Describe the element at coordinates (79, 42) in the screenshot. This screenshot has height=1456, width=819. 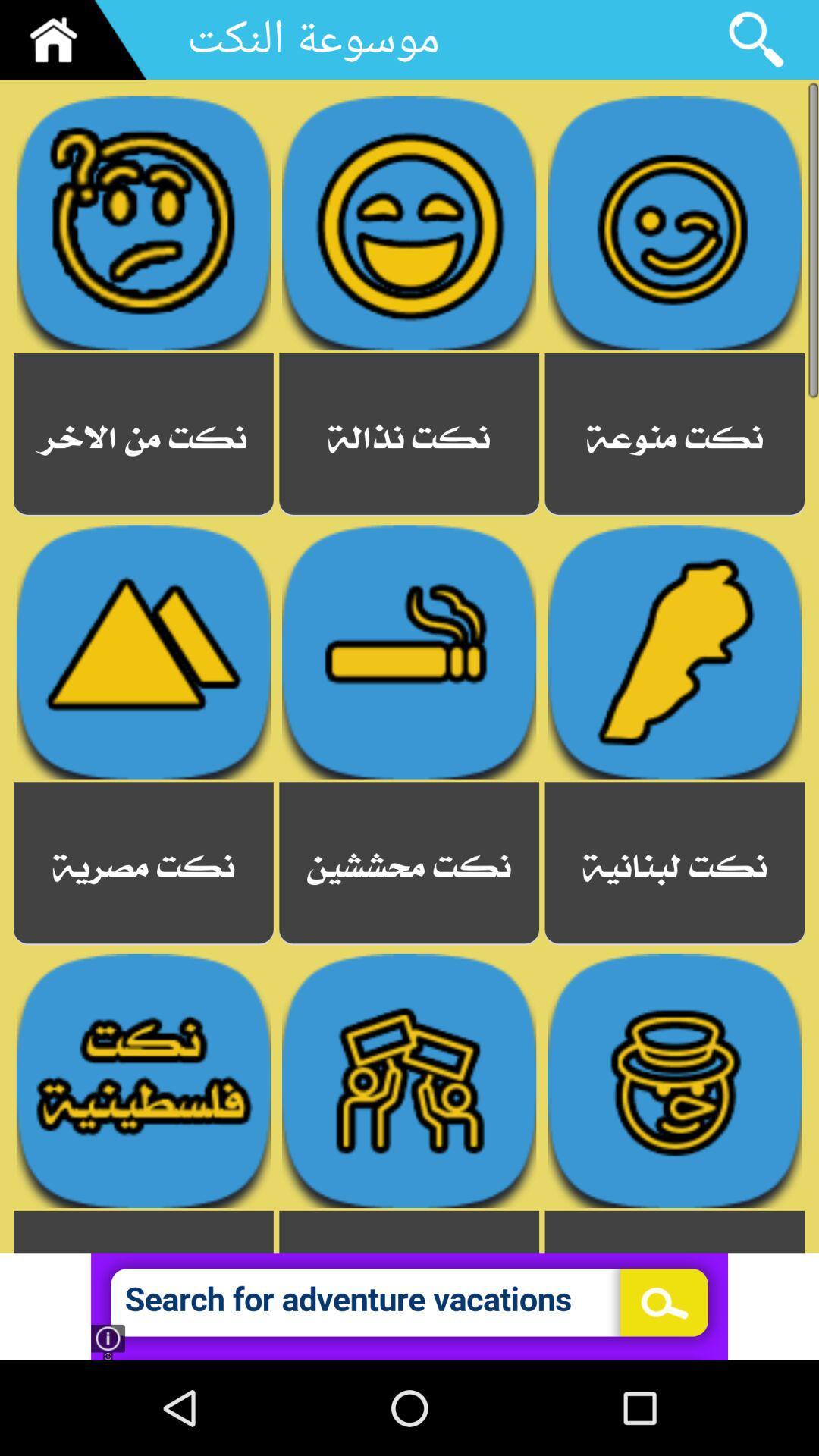
I see `the home icon` at that location.